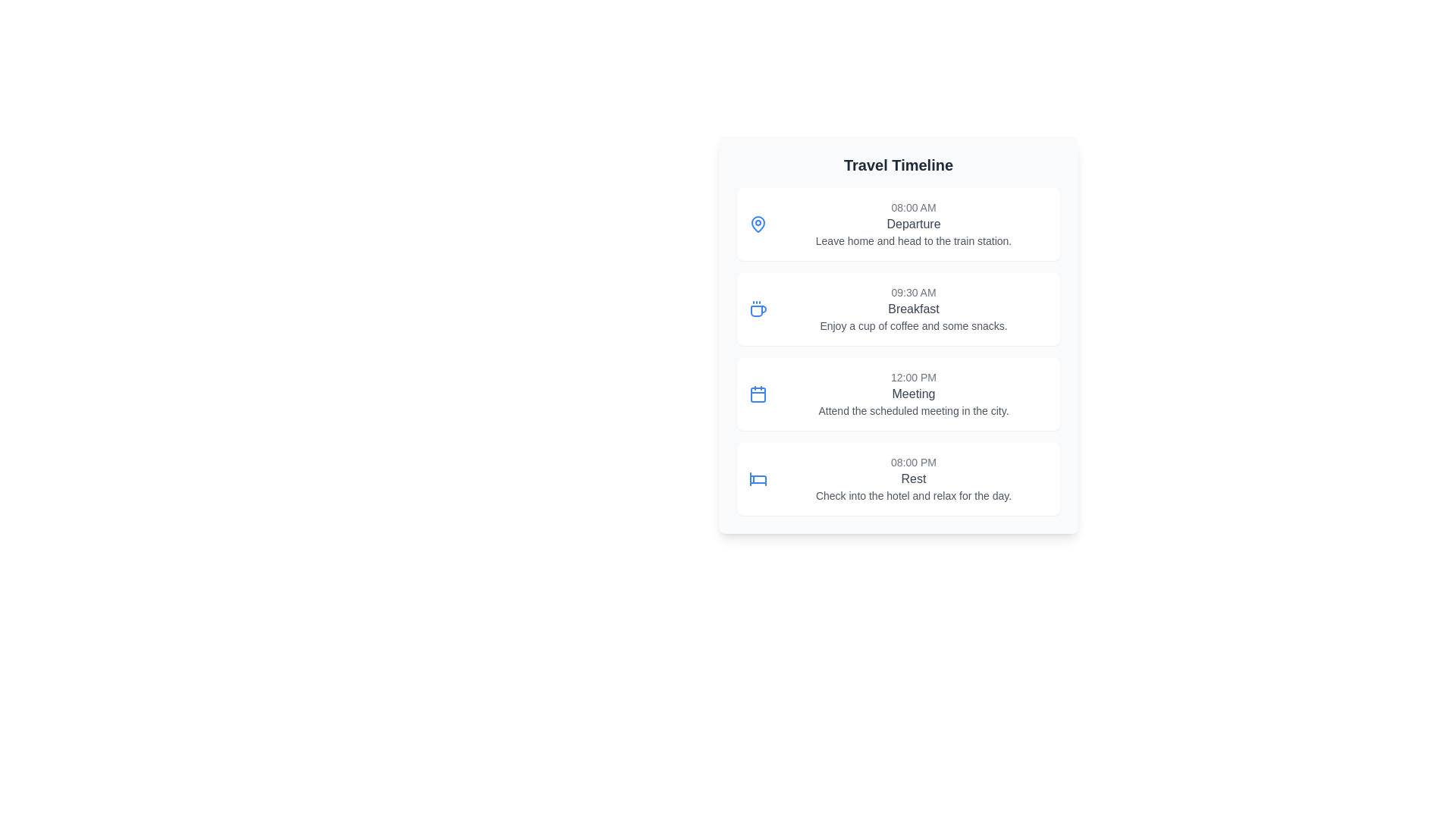  What do you see at coordinates (758, 479) in the screenshot?
I see `the blue-colored bed icon located within the bottom card of the list, which is the first element on the left side` at bounding box center [758, 479].